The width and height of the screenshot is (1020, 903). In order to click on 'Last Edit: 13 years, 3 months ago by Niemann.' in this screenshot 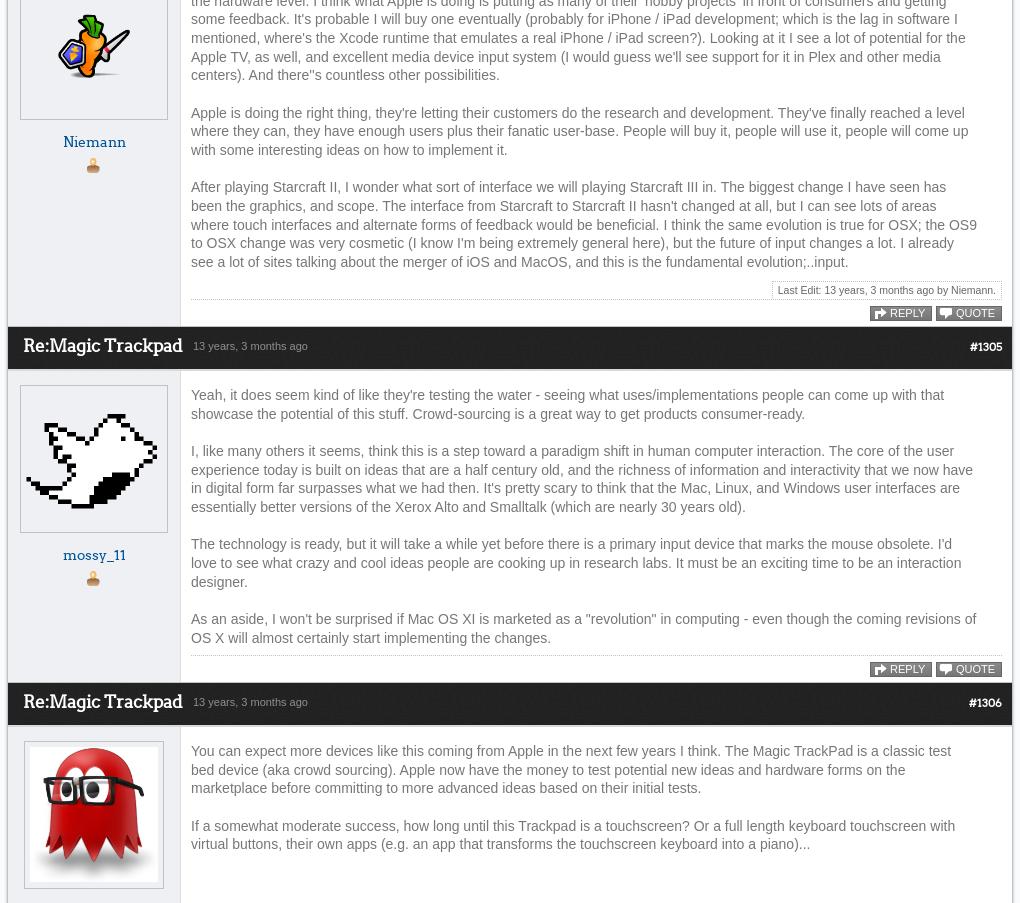, I will do `click(885, 287)`.